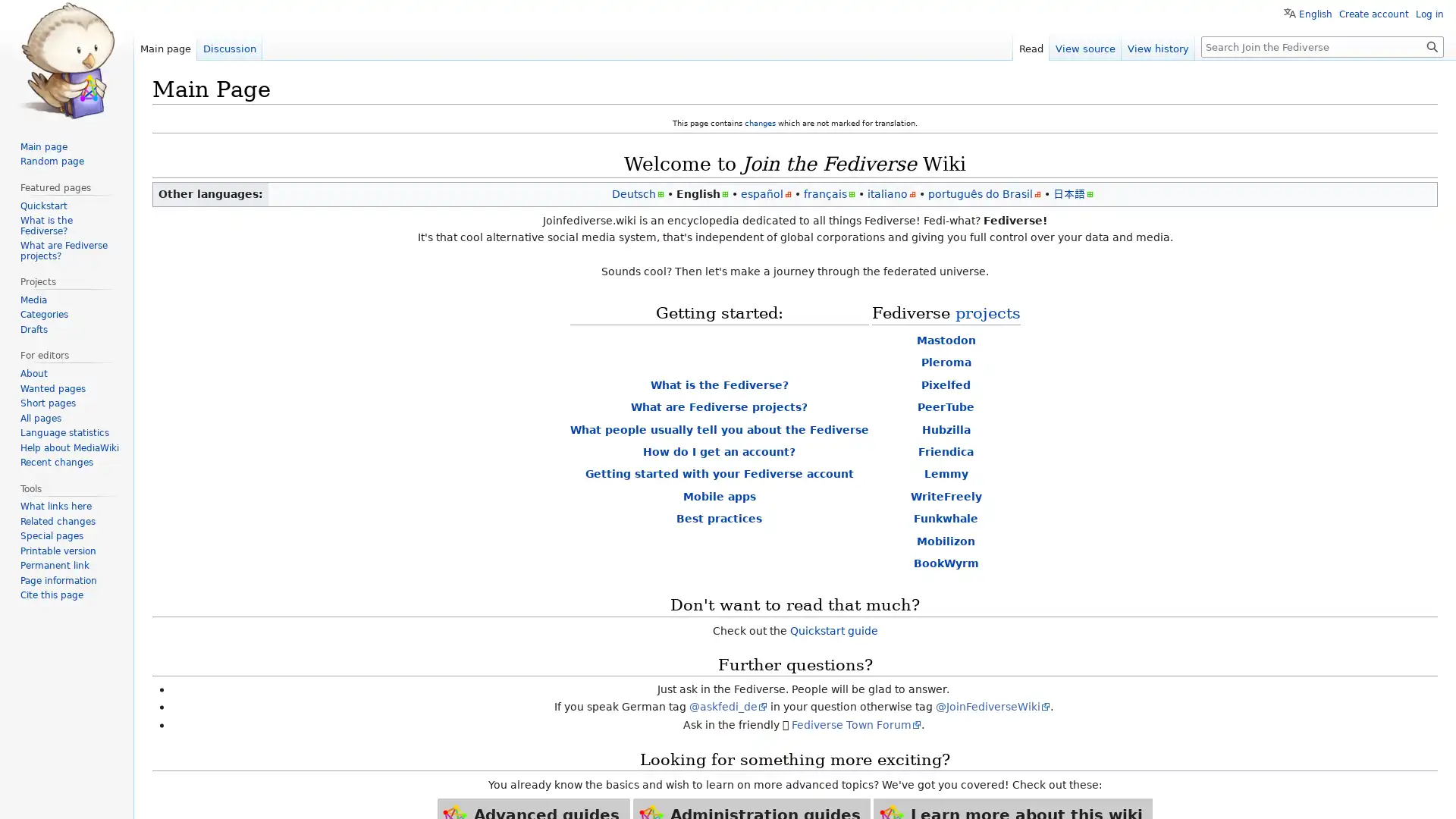 Image resolution: width=1456 pixels, height=819 pixels. Describe the element at coordinates (1432, 45) in the screenshot. I see `Go` at that location.